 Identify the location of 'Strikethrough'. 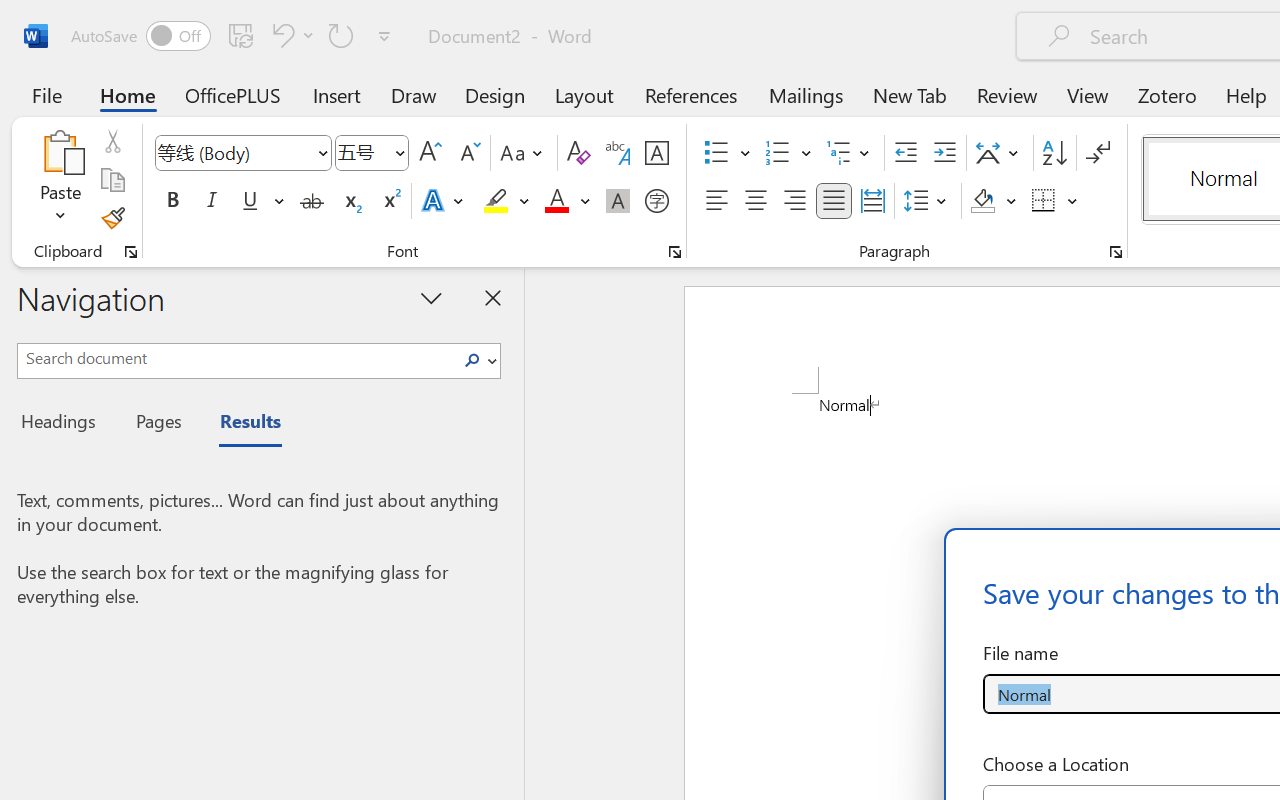
(311, 201).